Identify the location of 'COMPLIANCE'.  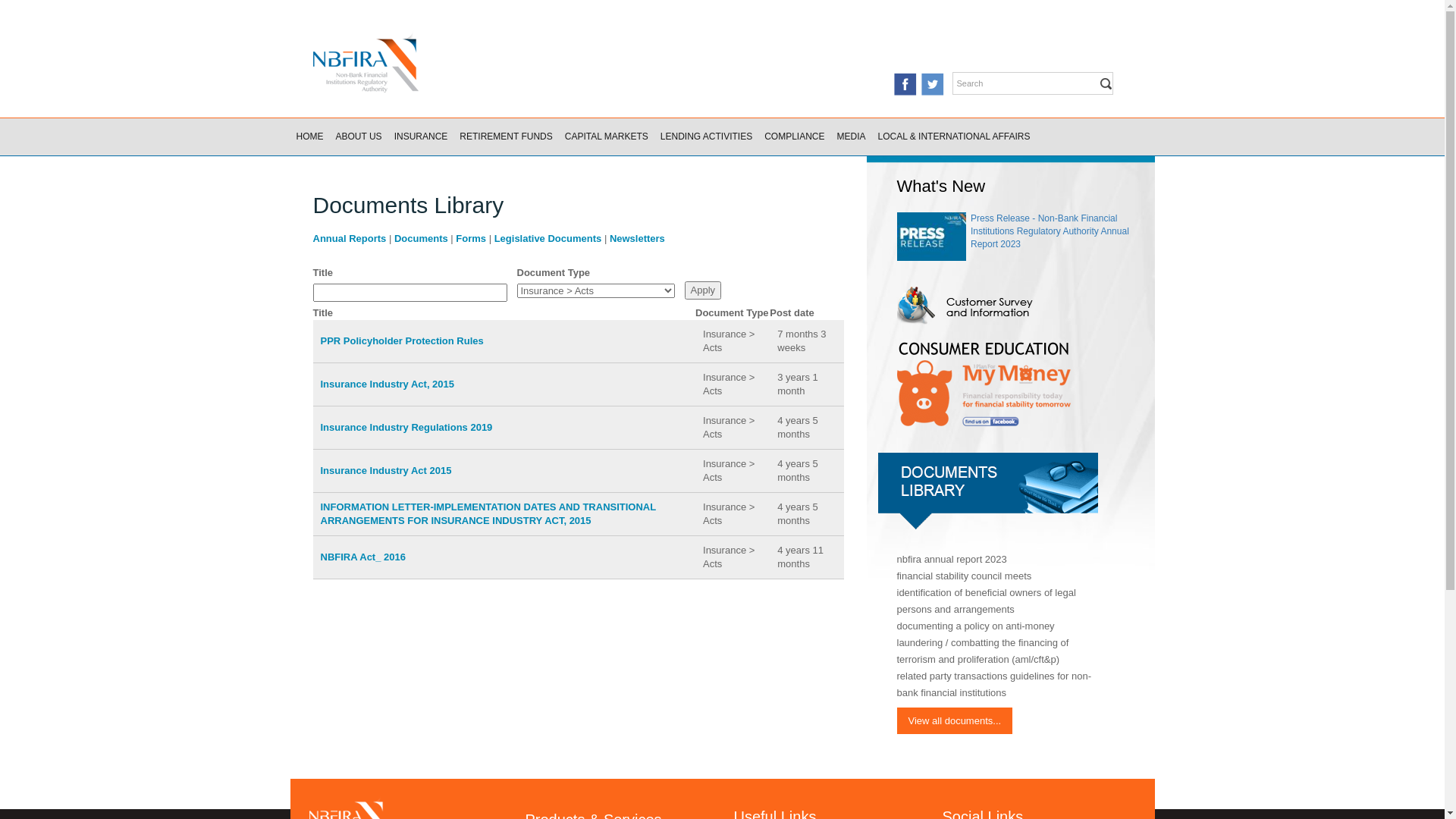
(793, 136).